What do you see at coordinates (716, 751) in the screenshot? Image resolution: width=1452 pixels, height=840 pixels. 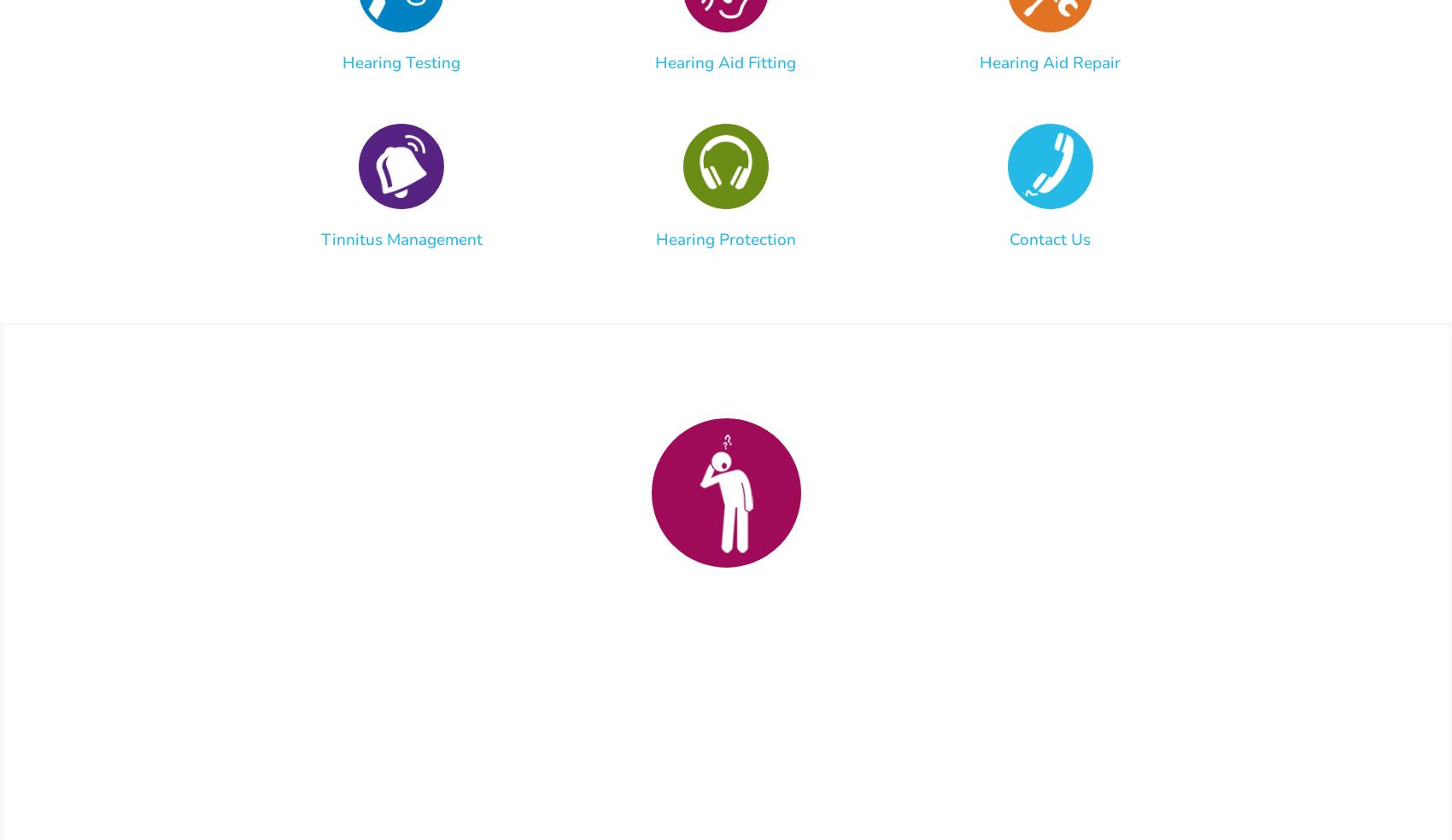 I see `'Hearing technology is moving fast.'` at bounding box center [716, 751].